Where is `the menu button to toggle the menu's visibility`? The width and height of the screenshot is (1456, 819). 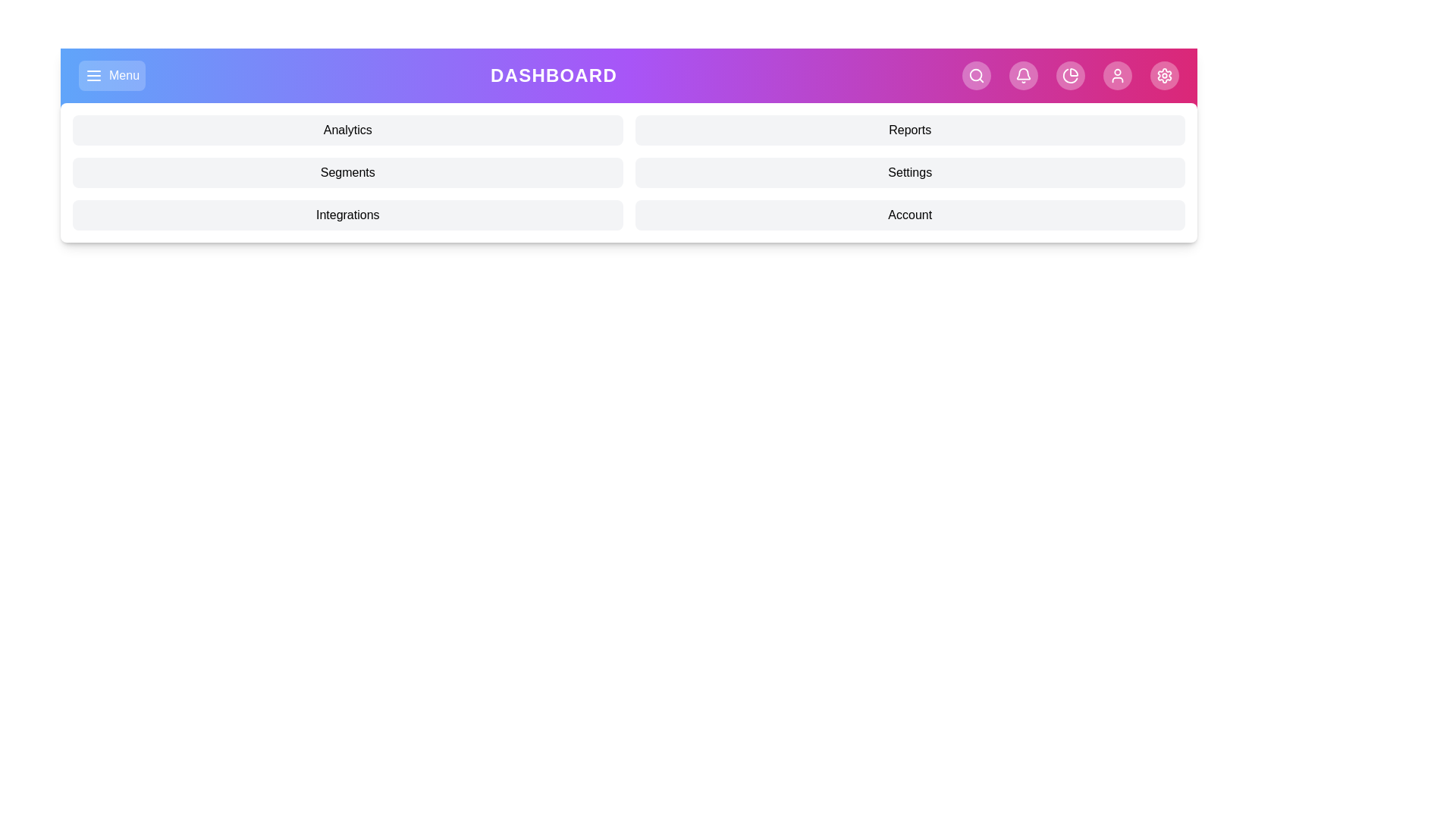 the menu button to toggle the menu's visibility is located at coordinates (111, 76).